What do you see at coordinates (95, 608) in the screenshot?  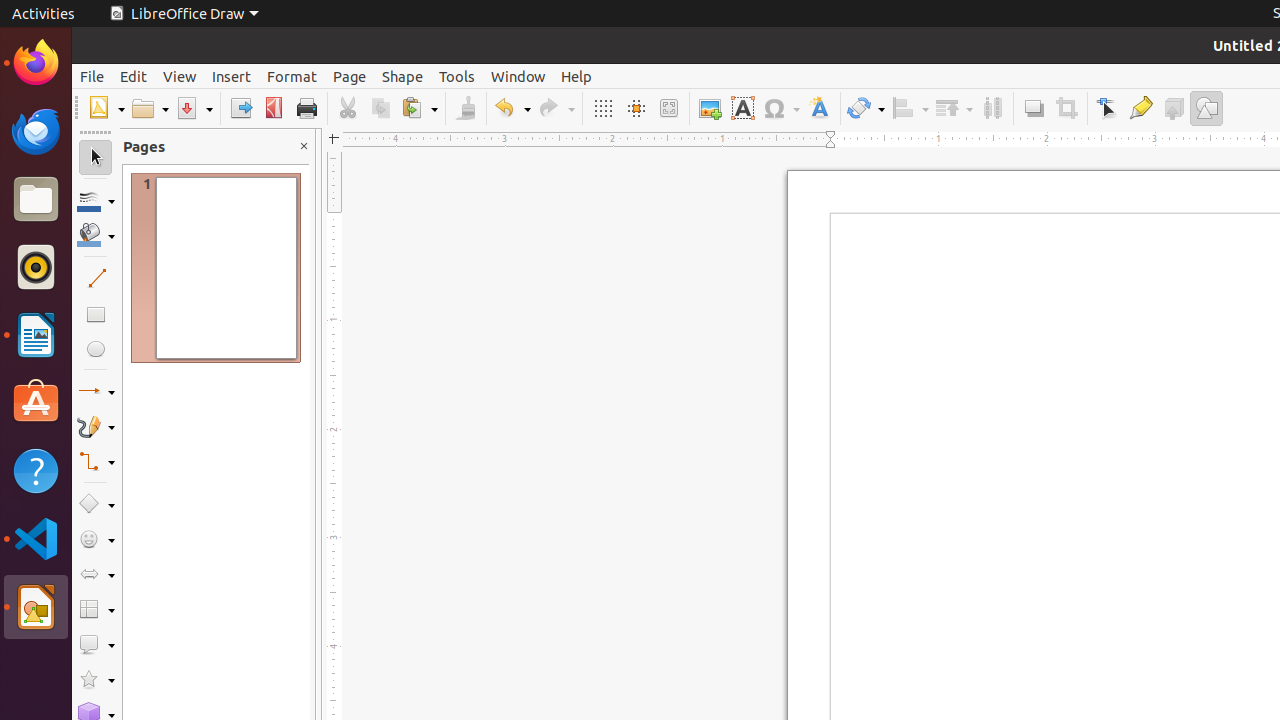 I see `'Flowchart Shapes'` at bounding box center [95, 608].